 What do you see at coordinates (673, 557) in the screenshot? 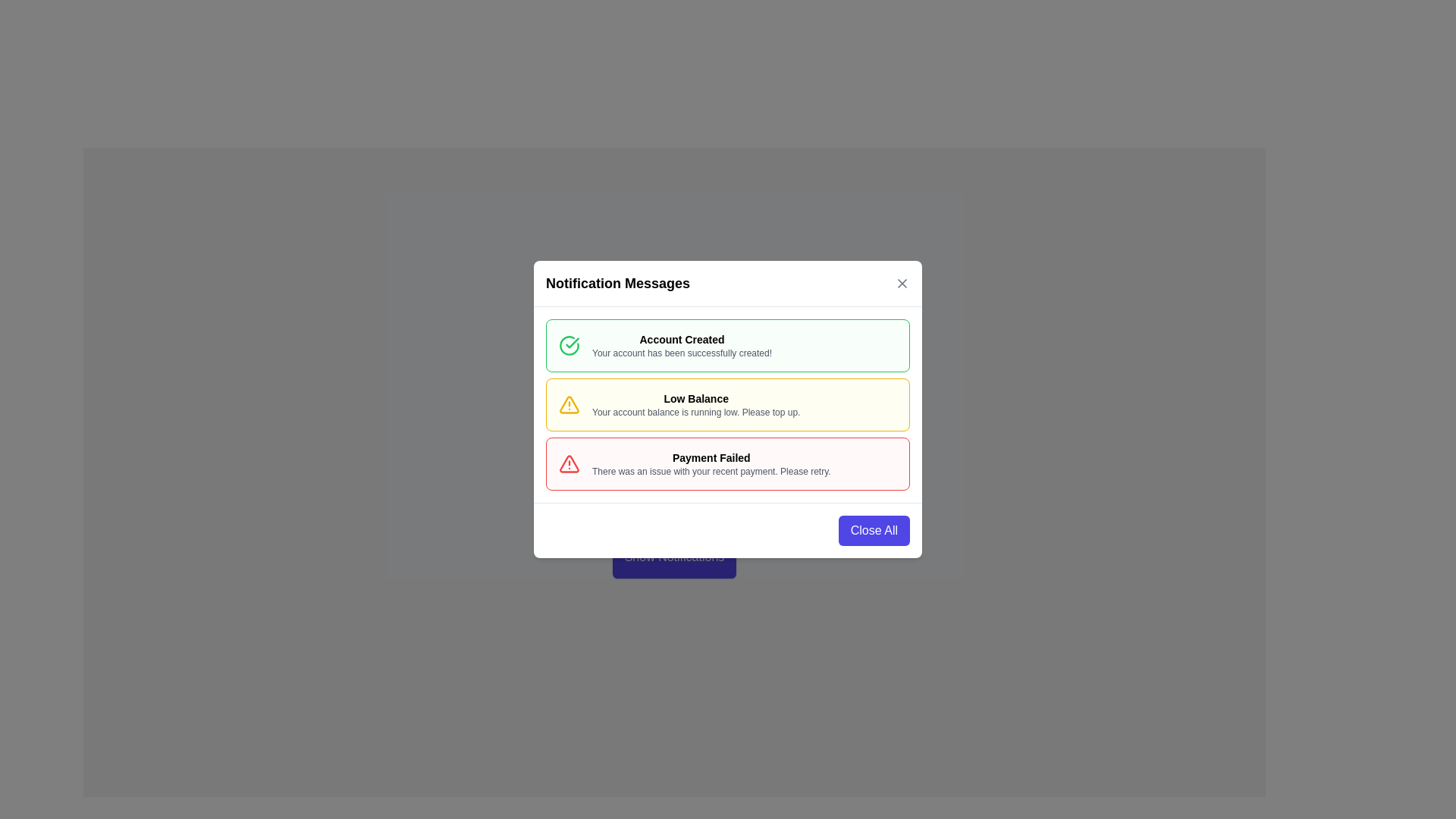
I see `the button located at the bottom center of the 'Notification Messages' panel` at bounding box center [673, 557].